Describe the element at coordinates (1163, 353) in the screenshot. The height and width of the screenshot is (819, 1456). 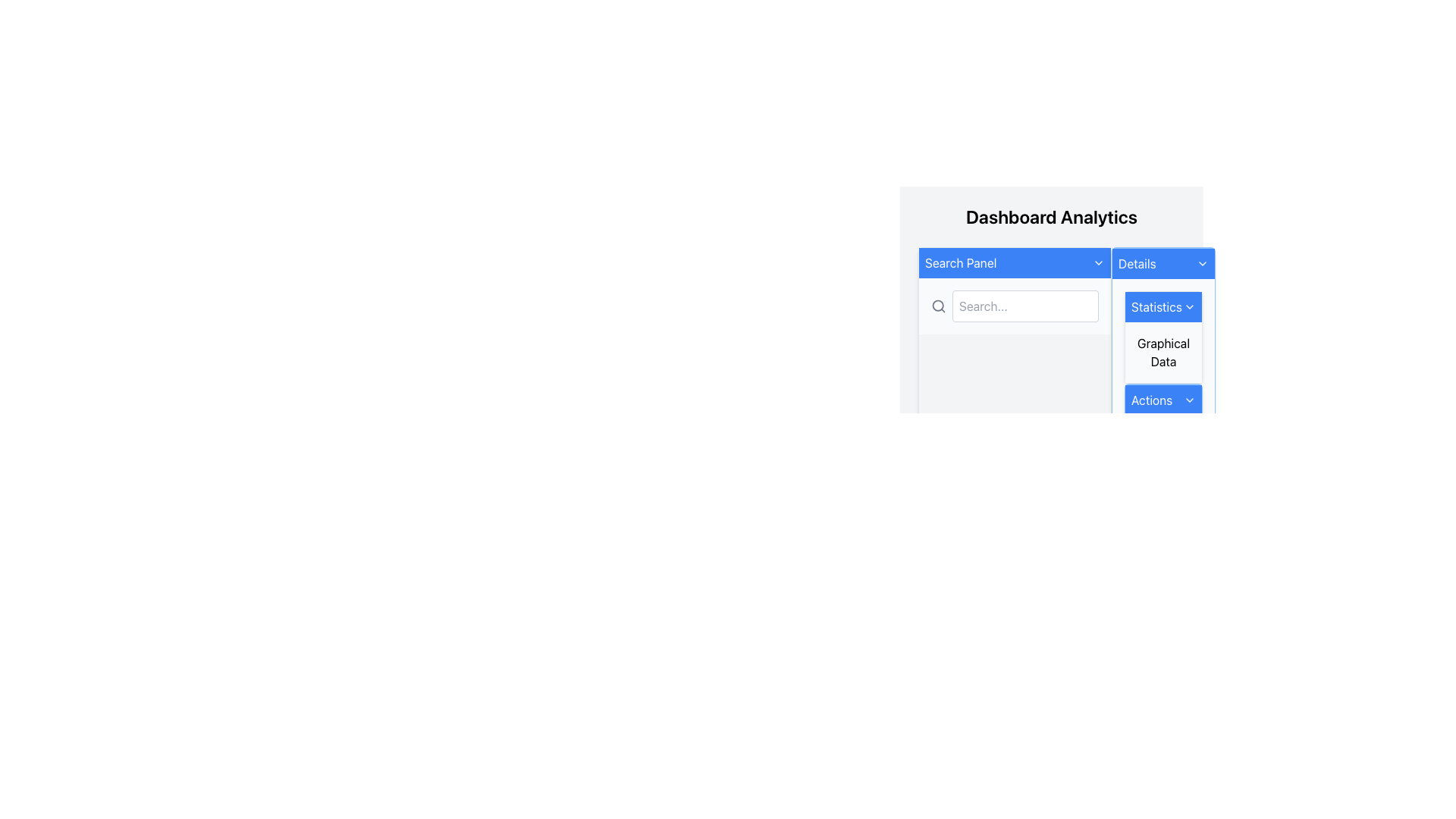
I see `the 'Graphical Data' label, which is a rectangular box with a light grey background containing centrally displayed bold black text, located in the 'Details' column of the dashboard below the 'Statistics' button` at that location.